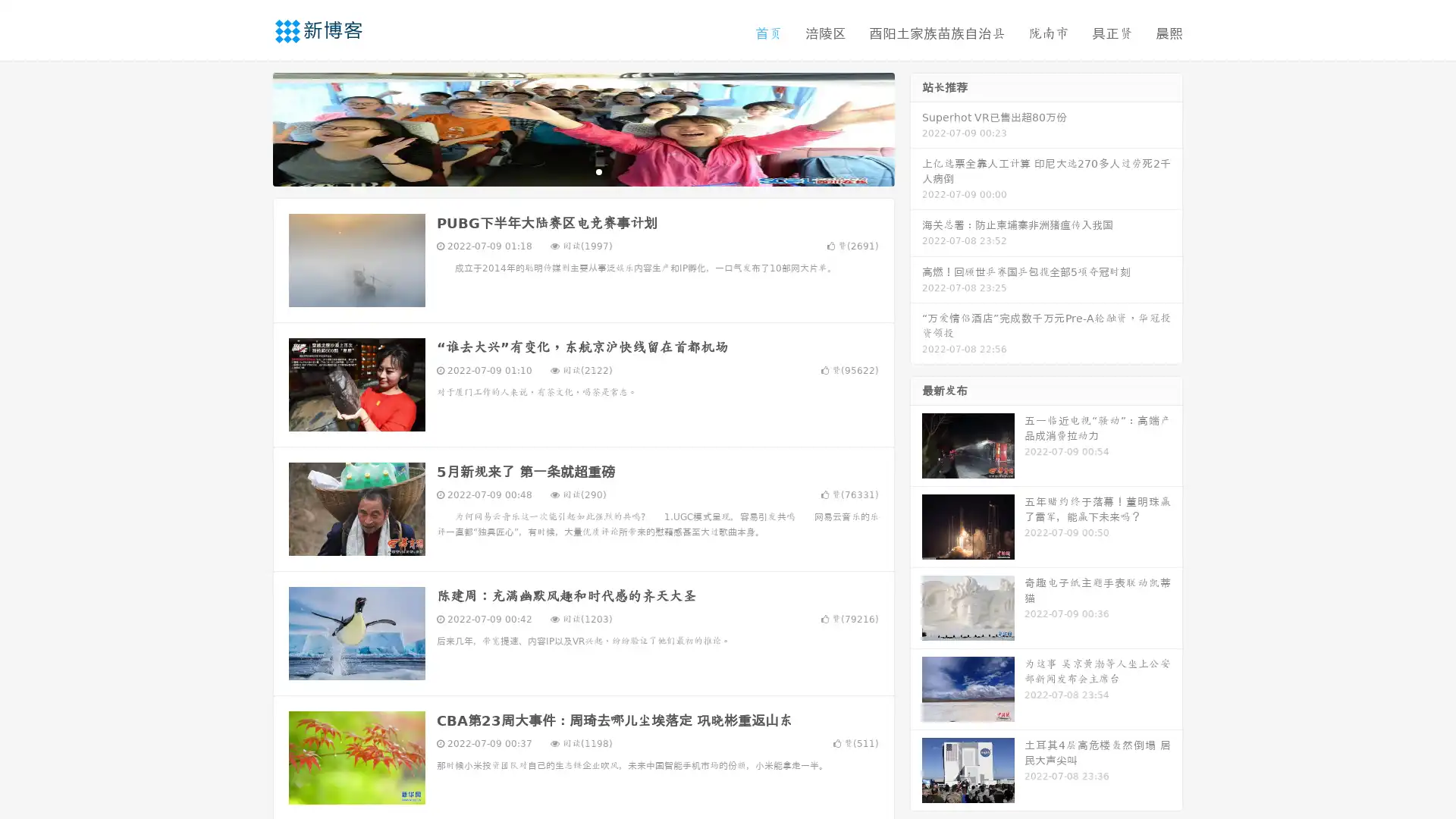  Describe the element at coordinates (582, 171) in the screenshot. I see `Go to slide 2` at that location.